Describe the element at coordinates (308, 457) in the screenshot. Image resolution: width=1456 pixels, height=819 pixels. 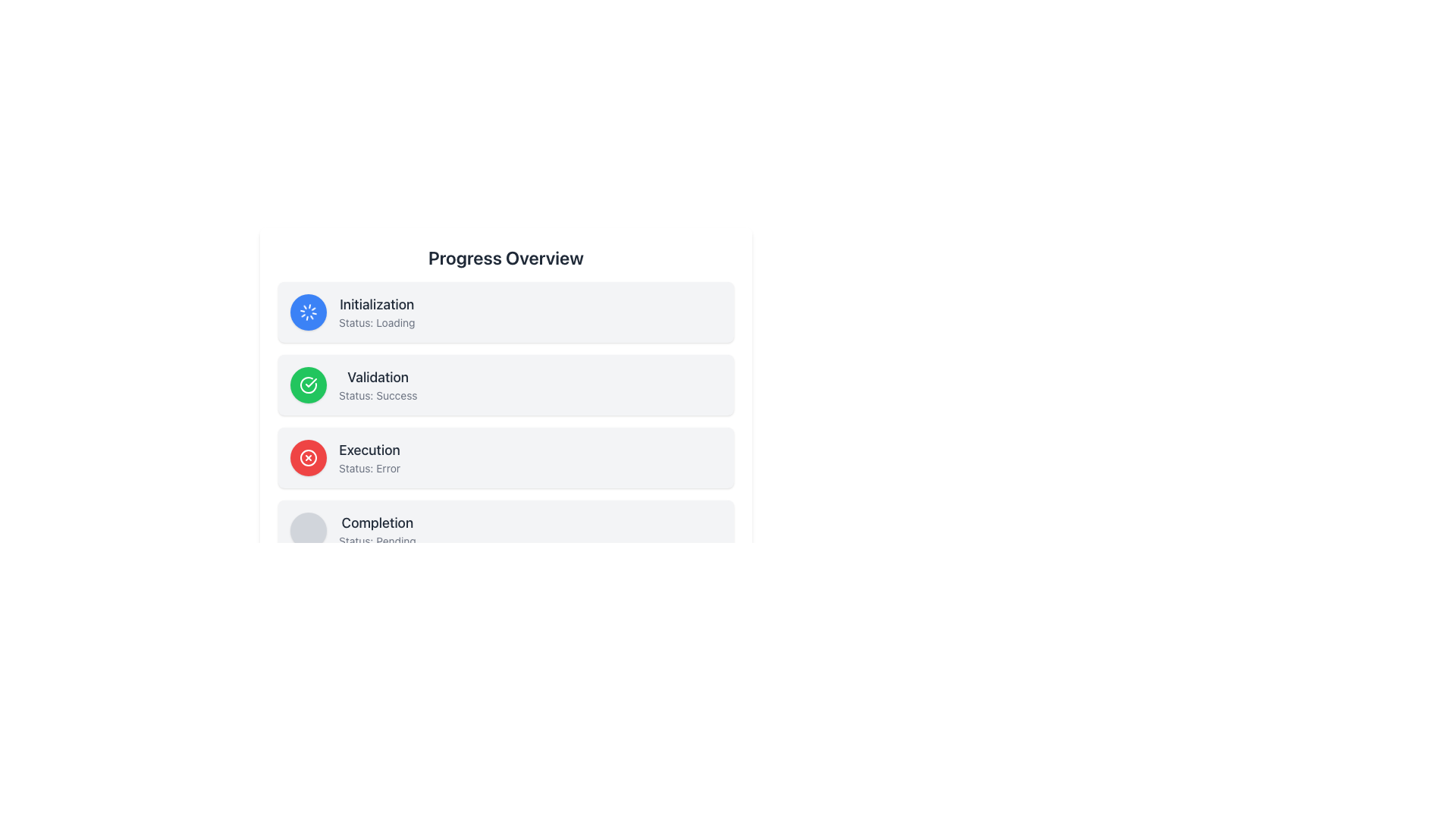
I see `the 'error' status icon located in the ExecutionStatus segment, positioned to the left of the 'Execution Status: error' text` at that location.